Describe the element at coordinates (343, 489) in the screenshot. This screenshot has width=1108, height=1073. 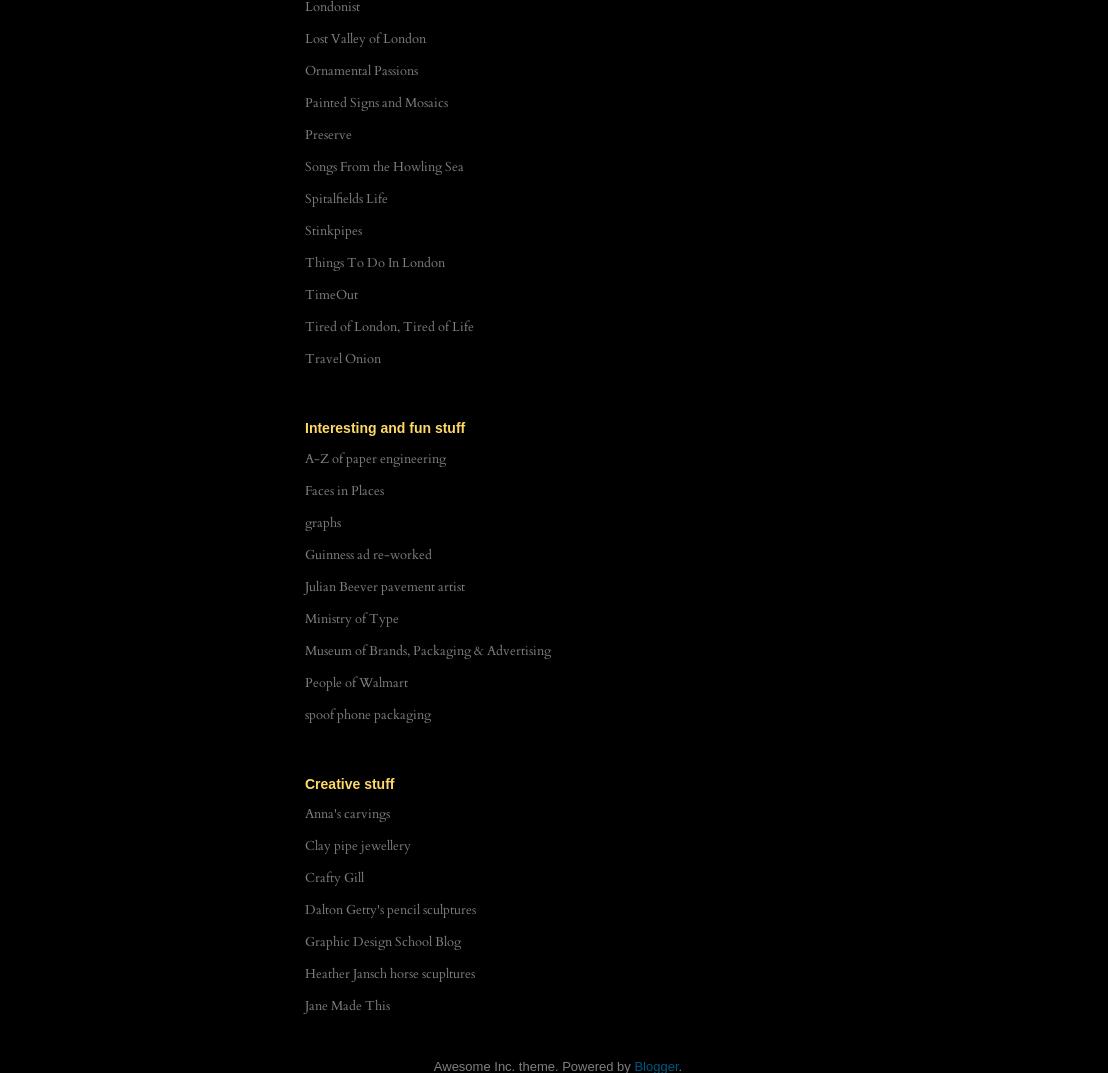
I see `'Faces in Places'` at that location.